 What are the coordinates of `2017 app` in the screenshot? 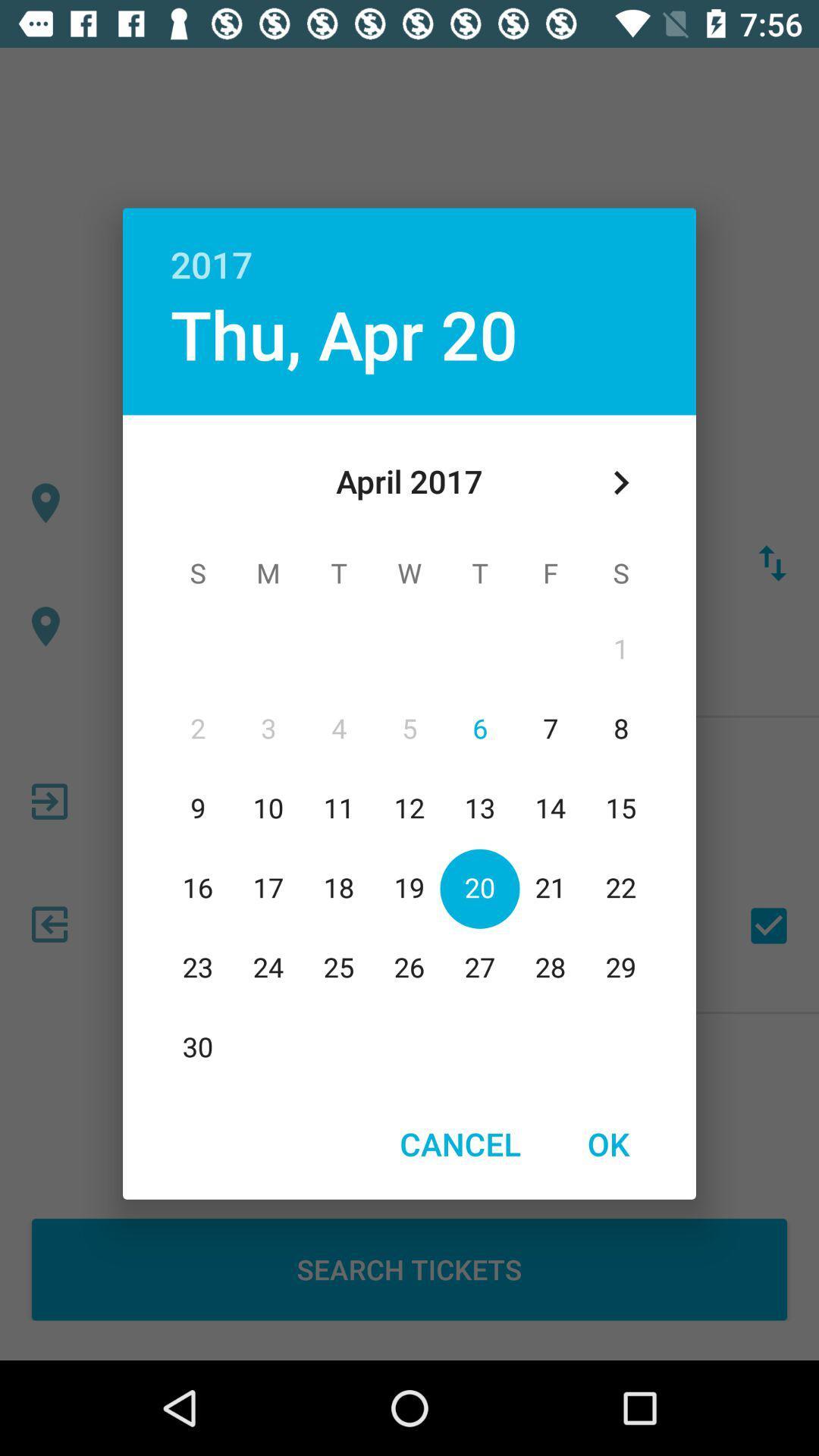 It's located at (409, 248).